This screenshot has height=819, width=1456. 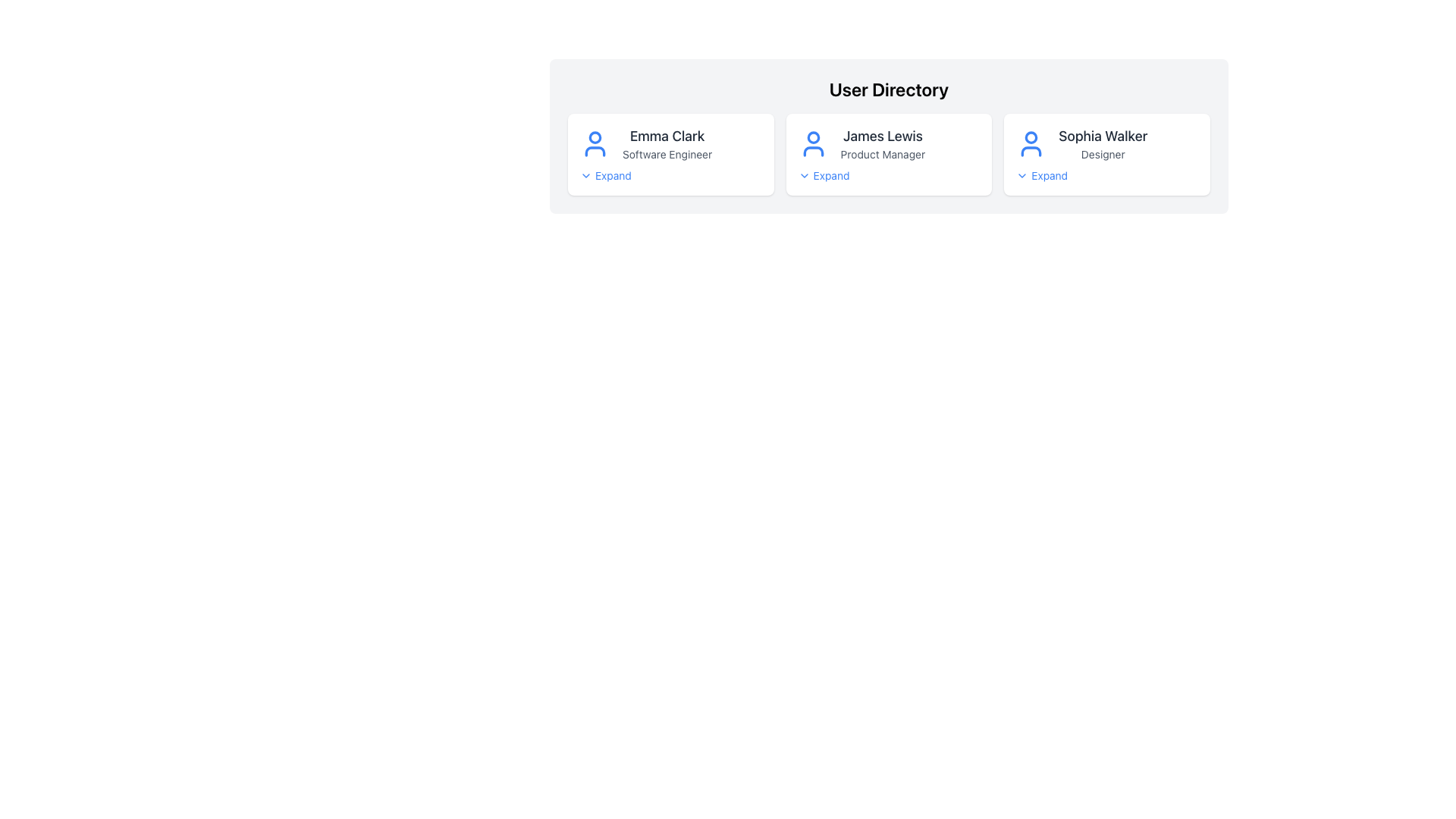 I want to click on the text label displaying 'Software Engineer' in gray color, which is positioned below the 'Emma Clark' heading in the upper-left profile card of the 'User Directory' section, so click(x=667, y=155).